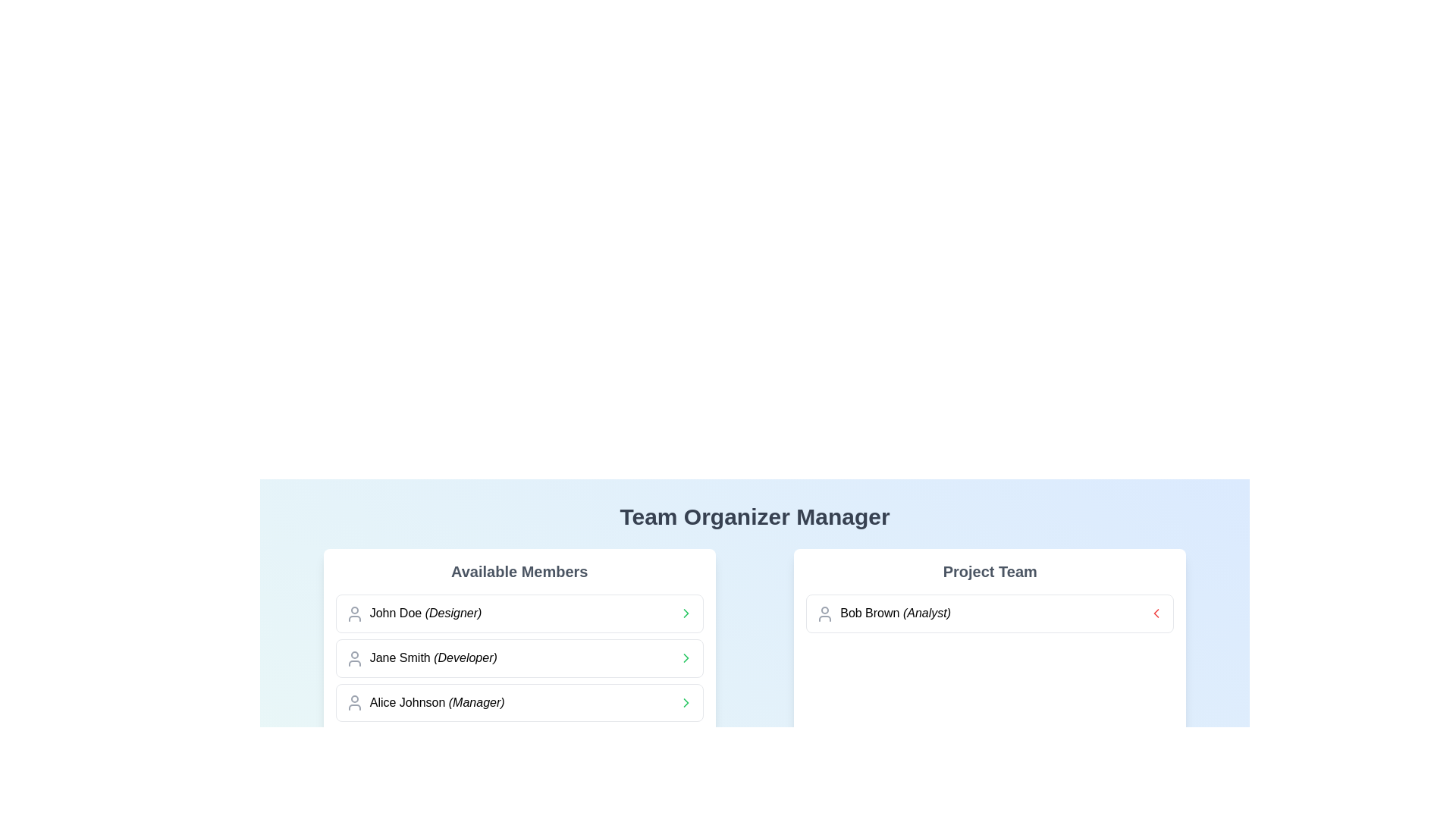 This screenshot has width=1456, height=819. I want to click on the text 'Bob Brown (Analyst)' with the accompanying user profile icon, which is the first entry in the 'Project Team' section located to the right of 'Available Members', so click(883, 613).